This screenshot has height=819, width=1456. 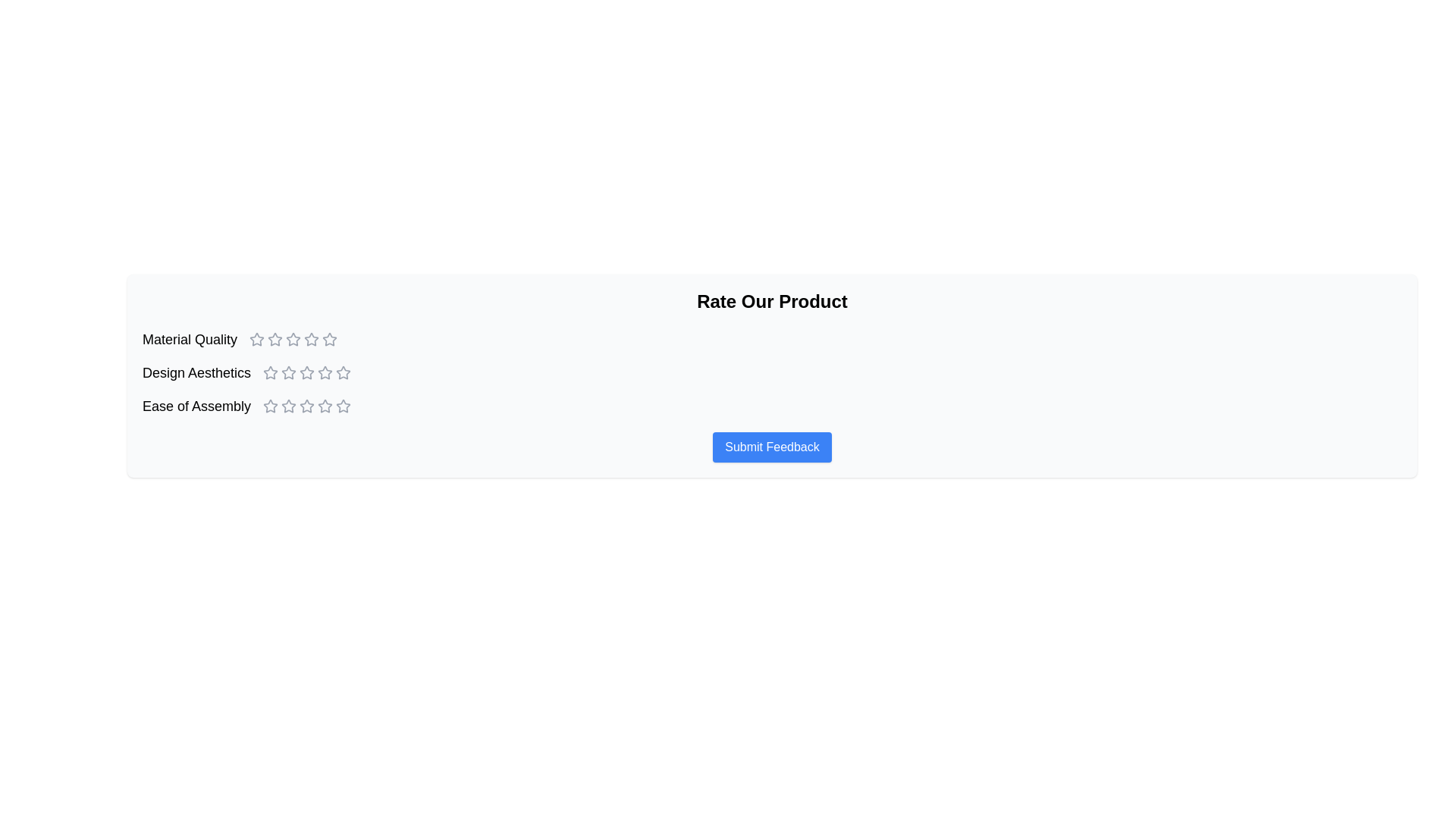 I want to click on the second star in the star rating component under the 'Design Aesthetics' section to set a rating, so click(x=306, y=372).